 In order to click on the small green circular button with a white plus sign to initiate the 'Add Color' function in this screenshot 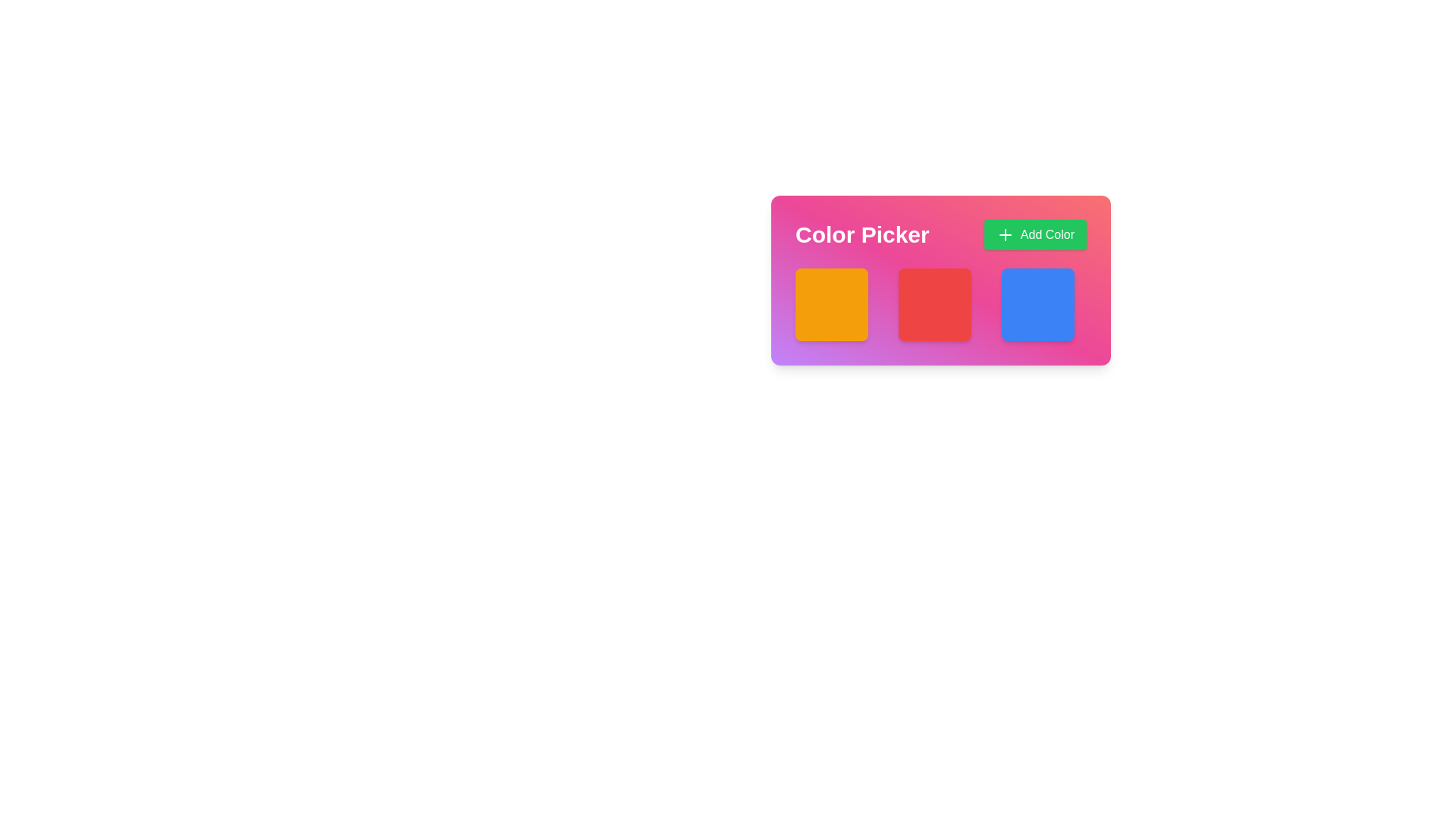, I will do `click(1005, 234)`.